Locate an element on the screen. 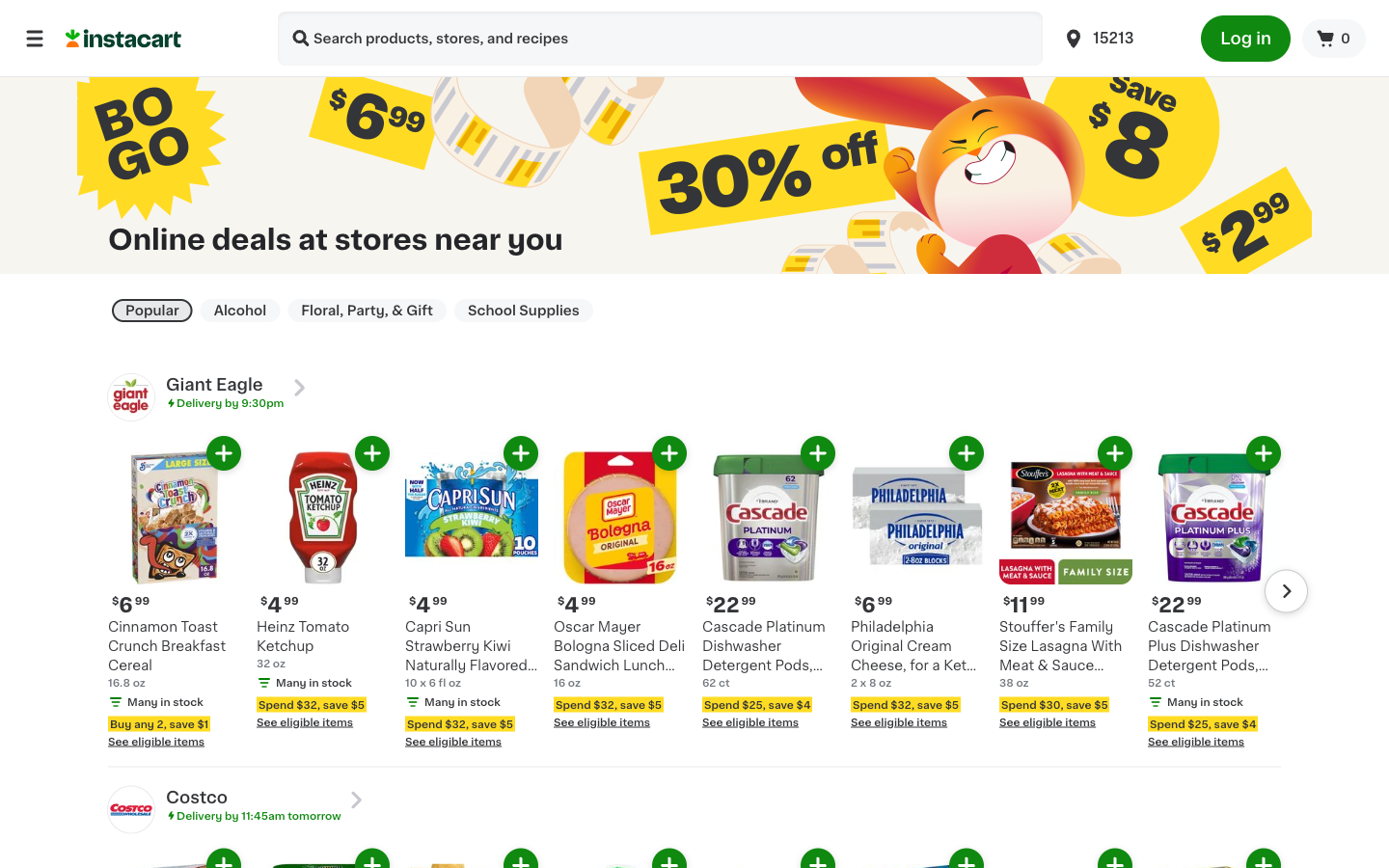  Browse the deals of popular products only is located at coordinates (150, 310).